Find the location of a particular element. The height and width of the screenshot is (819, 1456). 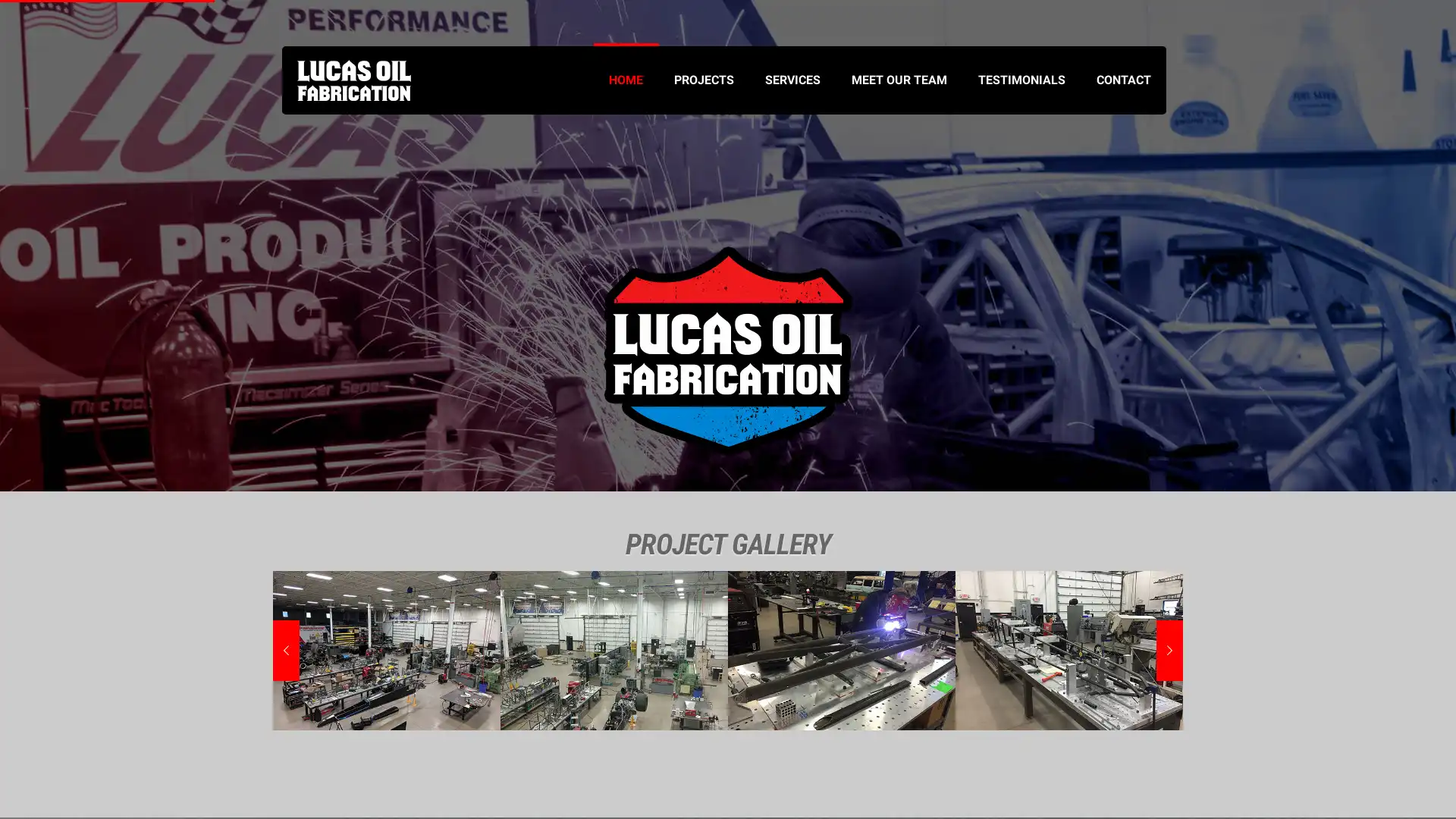

Reject All is located at coordinates (197, 755).